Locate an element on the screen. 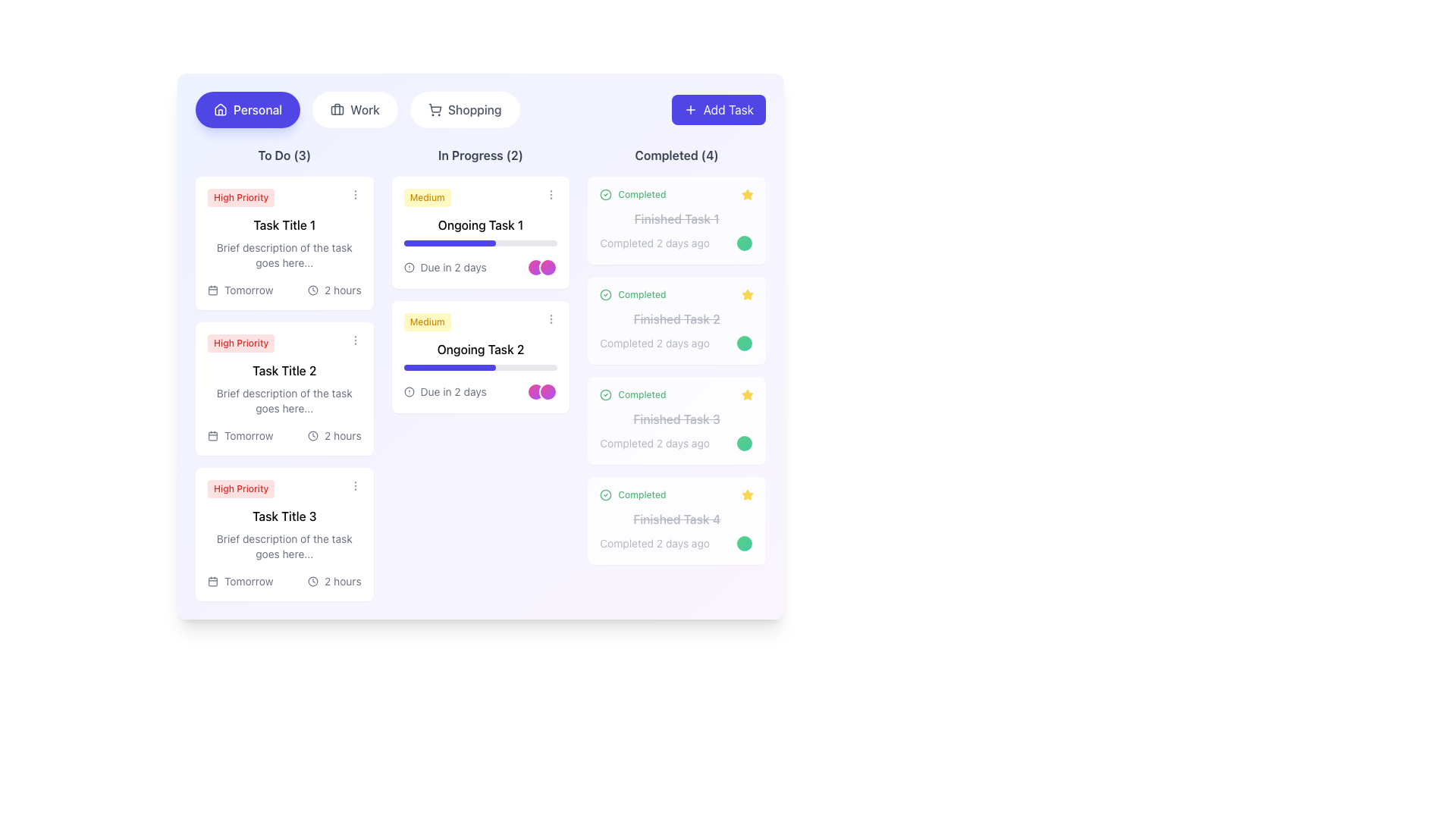  the text block displaying the message 'Brief description of the task goes here...' located inside the task card under 'Task Title 3' in the 'To Do' column is located at coordinates (284, 547).